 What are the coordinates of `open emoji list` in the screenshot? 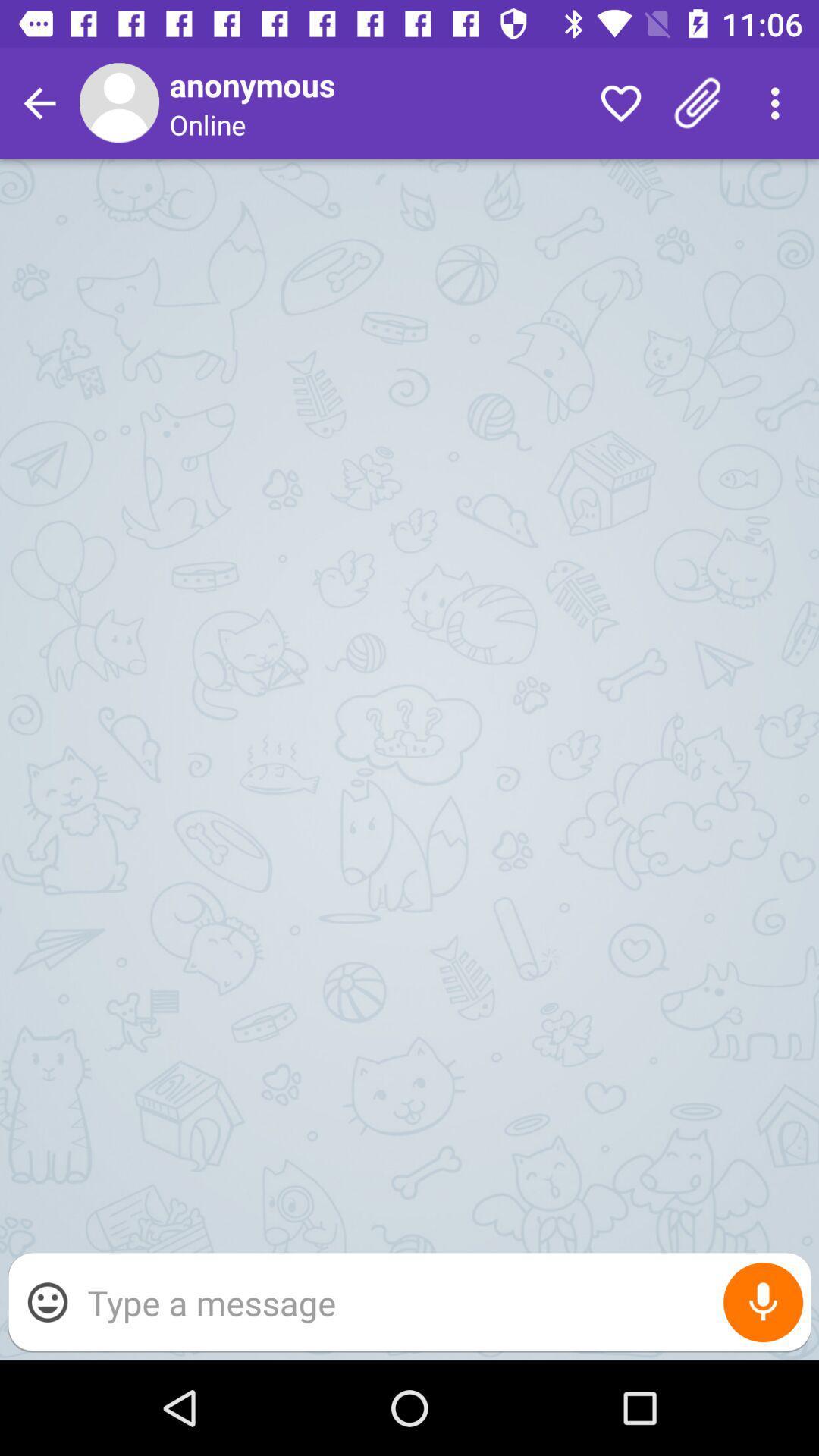 It's located at (46, 1301).